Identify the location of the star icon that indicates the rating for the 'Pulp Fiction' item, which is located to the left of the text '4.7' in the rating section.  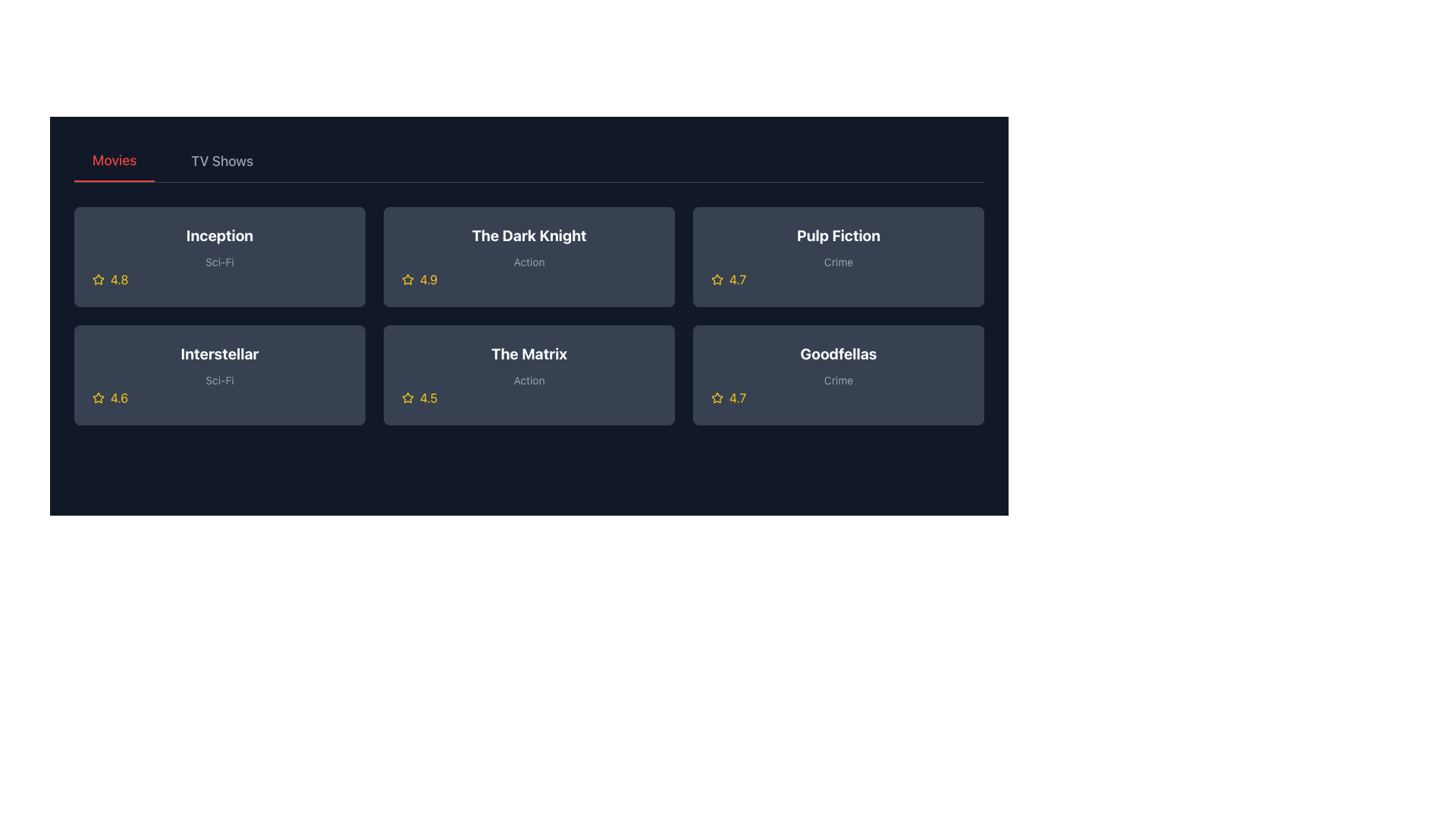
(716, 280).